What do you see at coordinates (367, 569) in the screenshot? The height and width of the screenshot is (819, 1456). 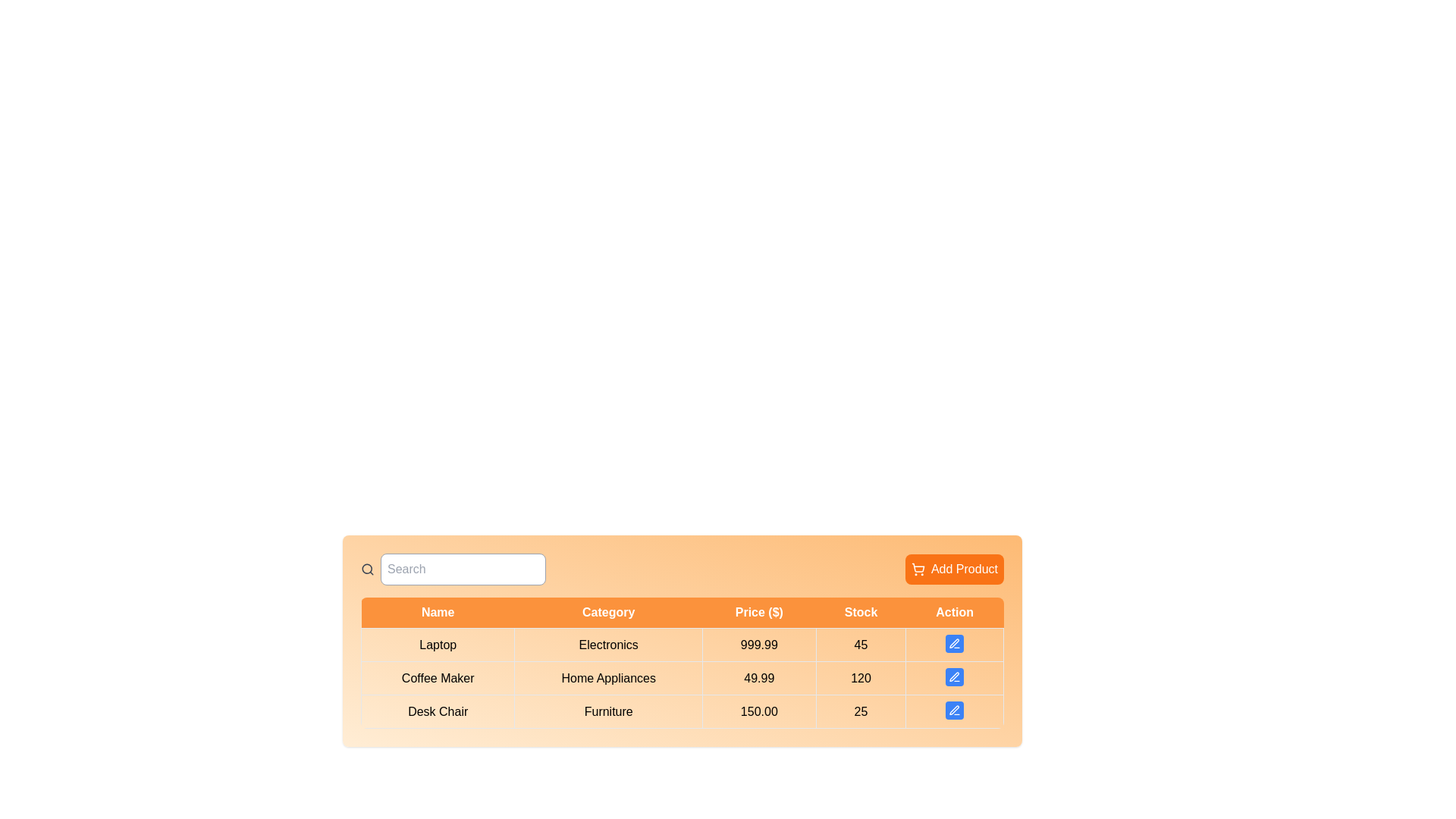 I see `the SVG circle element that represents the search functionality, located at the upper left corner of the horizontal search bar in the magnifying glass design` at bounding box center [367, 569].